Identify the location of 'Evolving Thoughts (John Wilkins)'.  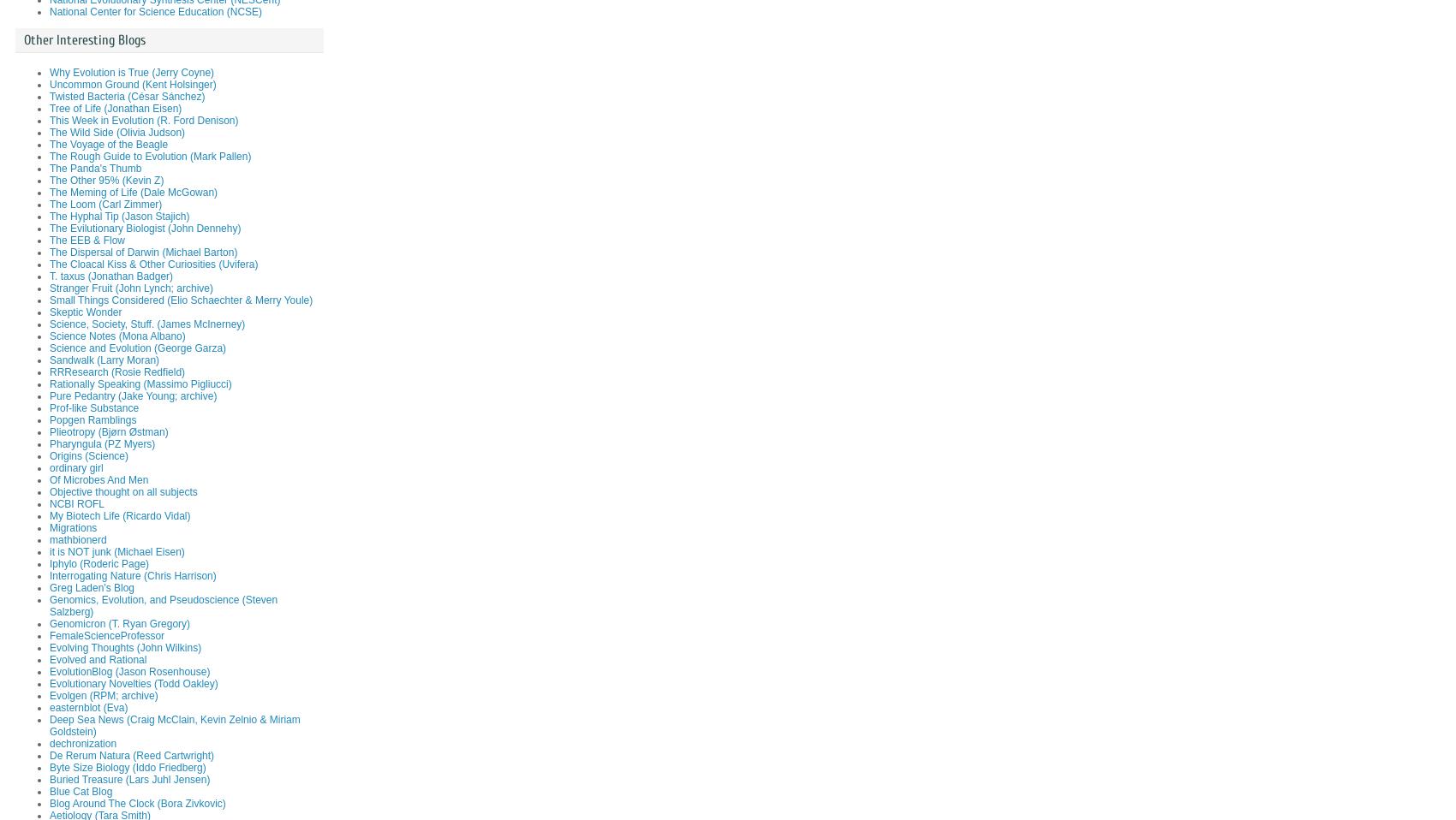
(124, 648).